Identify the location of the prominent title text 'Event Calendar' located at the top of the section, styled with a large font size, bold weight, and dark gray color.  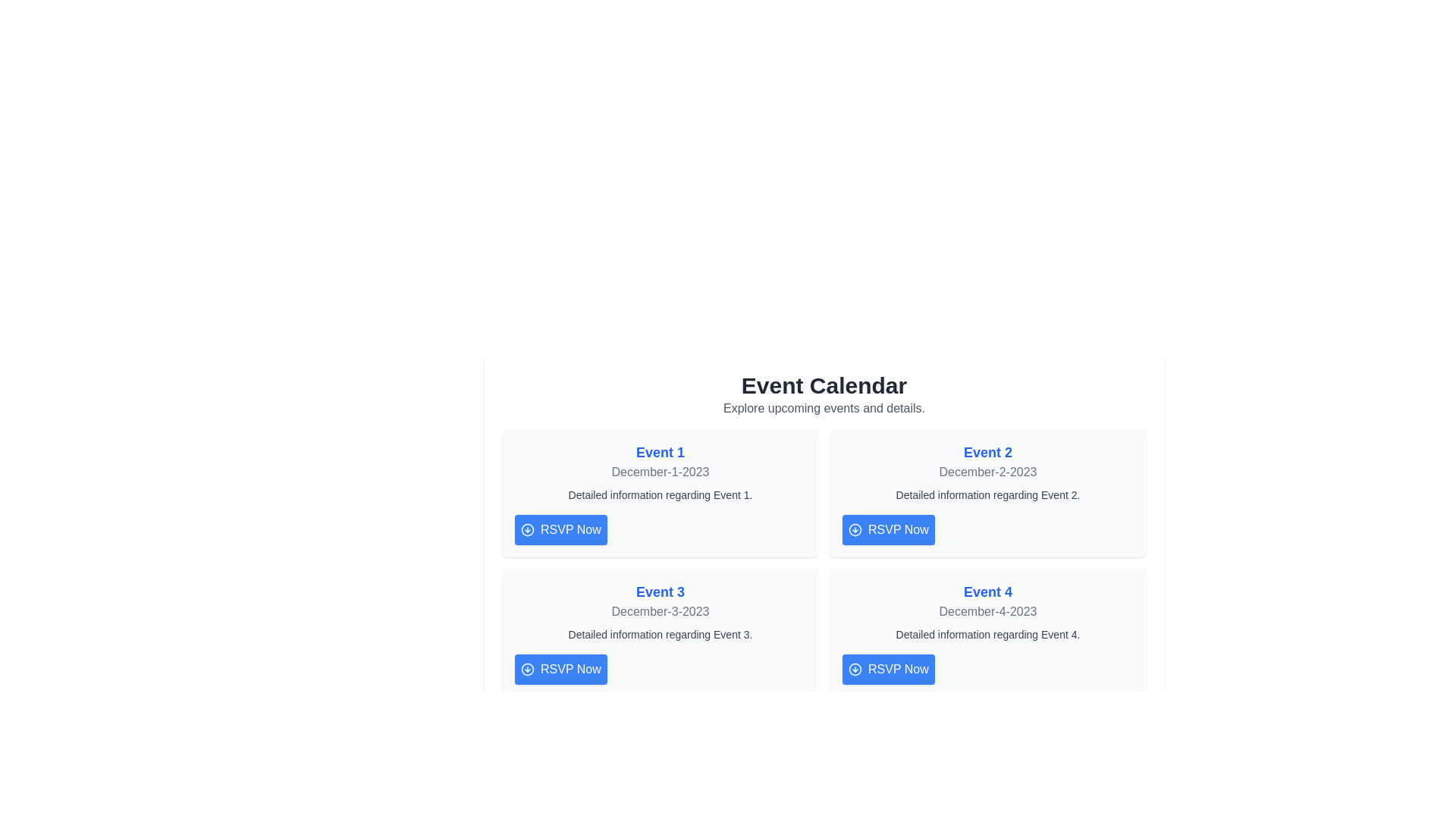
(823, 385).